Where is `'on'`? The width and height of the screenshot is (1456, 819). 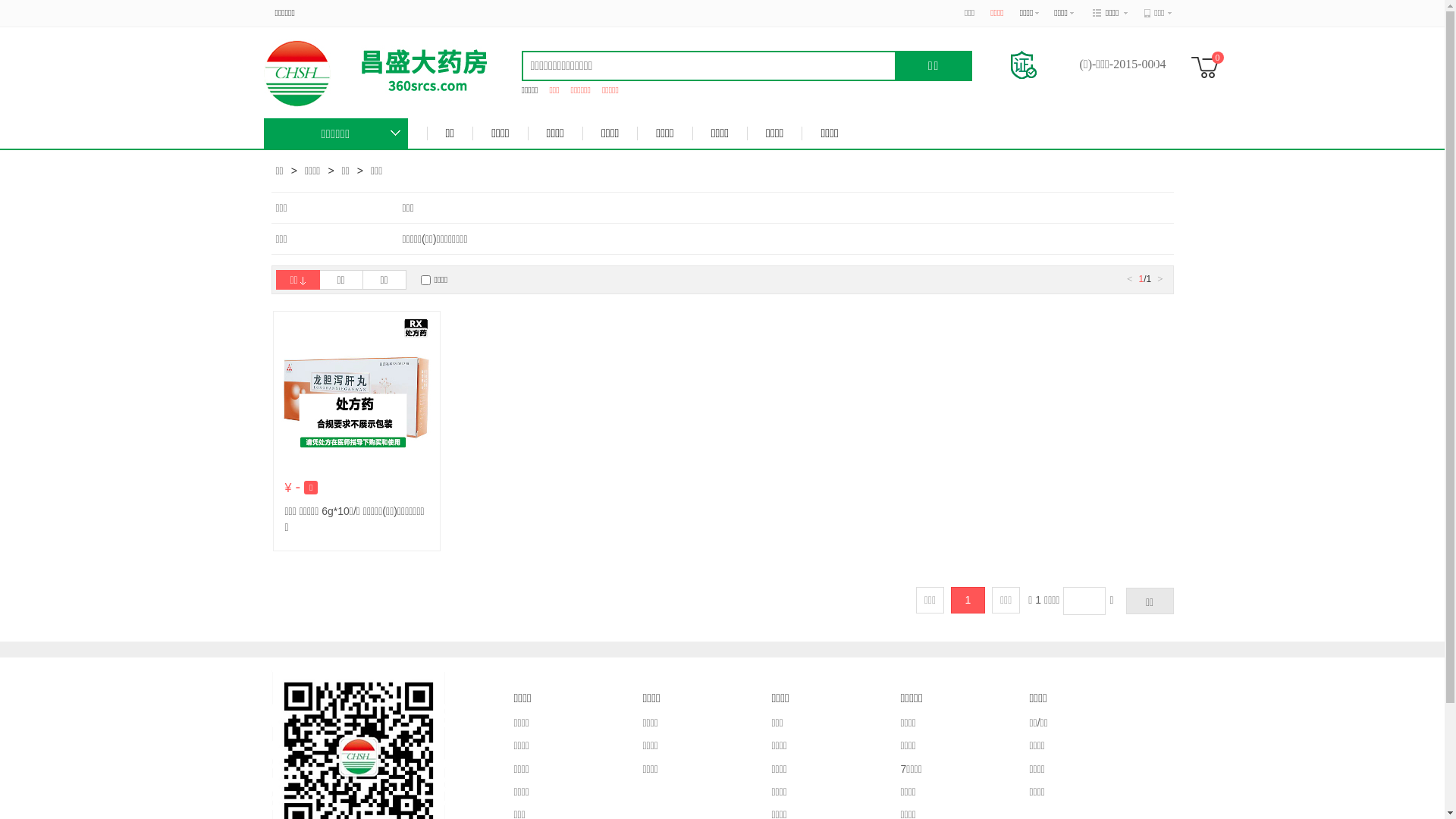
'on' is located at coordinates (425, 280).